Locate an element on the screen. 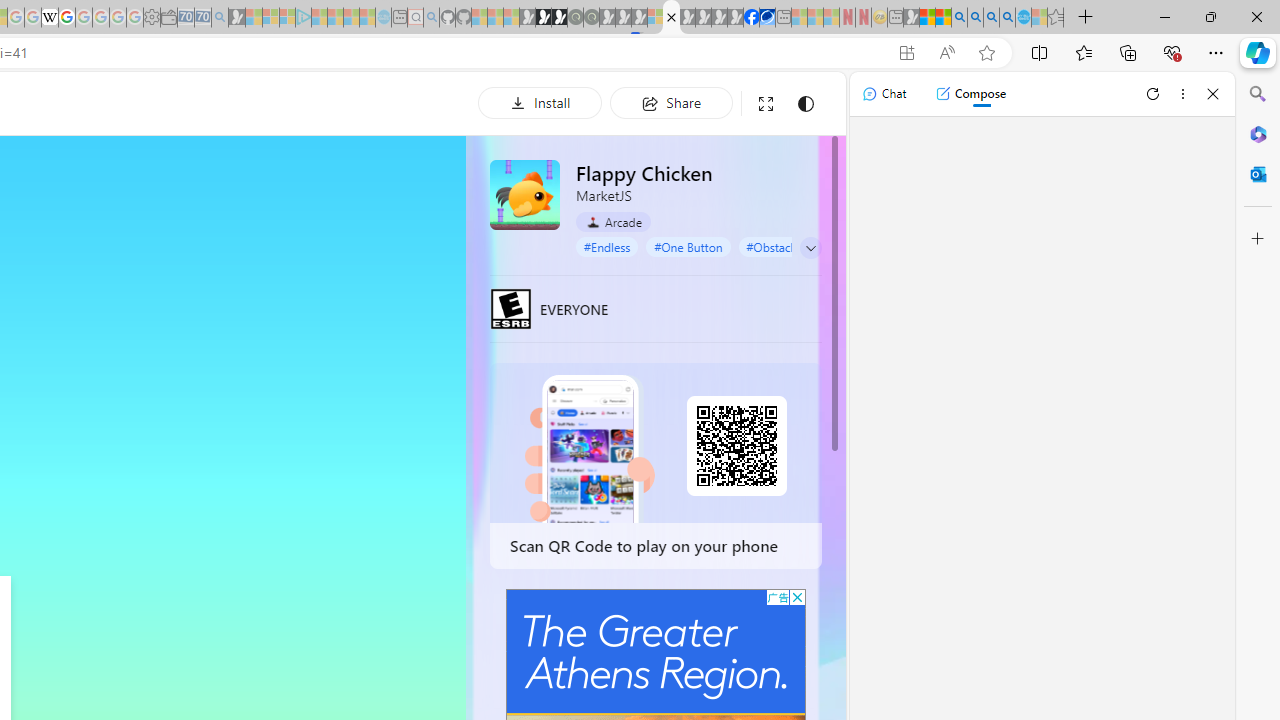 The height and width of the screenshot is (720, 1280). 'AirNow.gov' is located at coordinates (766, 17).